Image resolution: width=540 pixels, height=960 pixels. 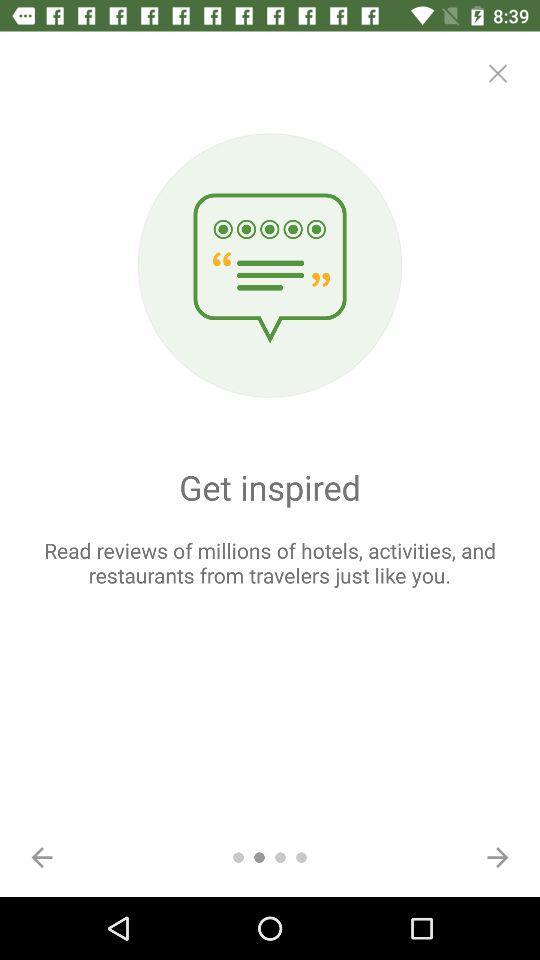 I want to click on the arrow_forward icon, so click(x=496, y=856).